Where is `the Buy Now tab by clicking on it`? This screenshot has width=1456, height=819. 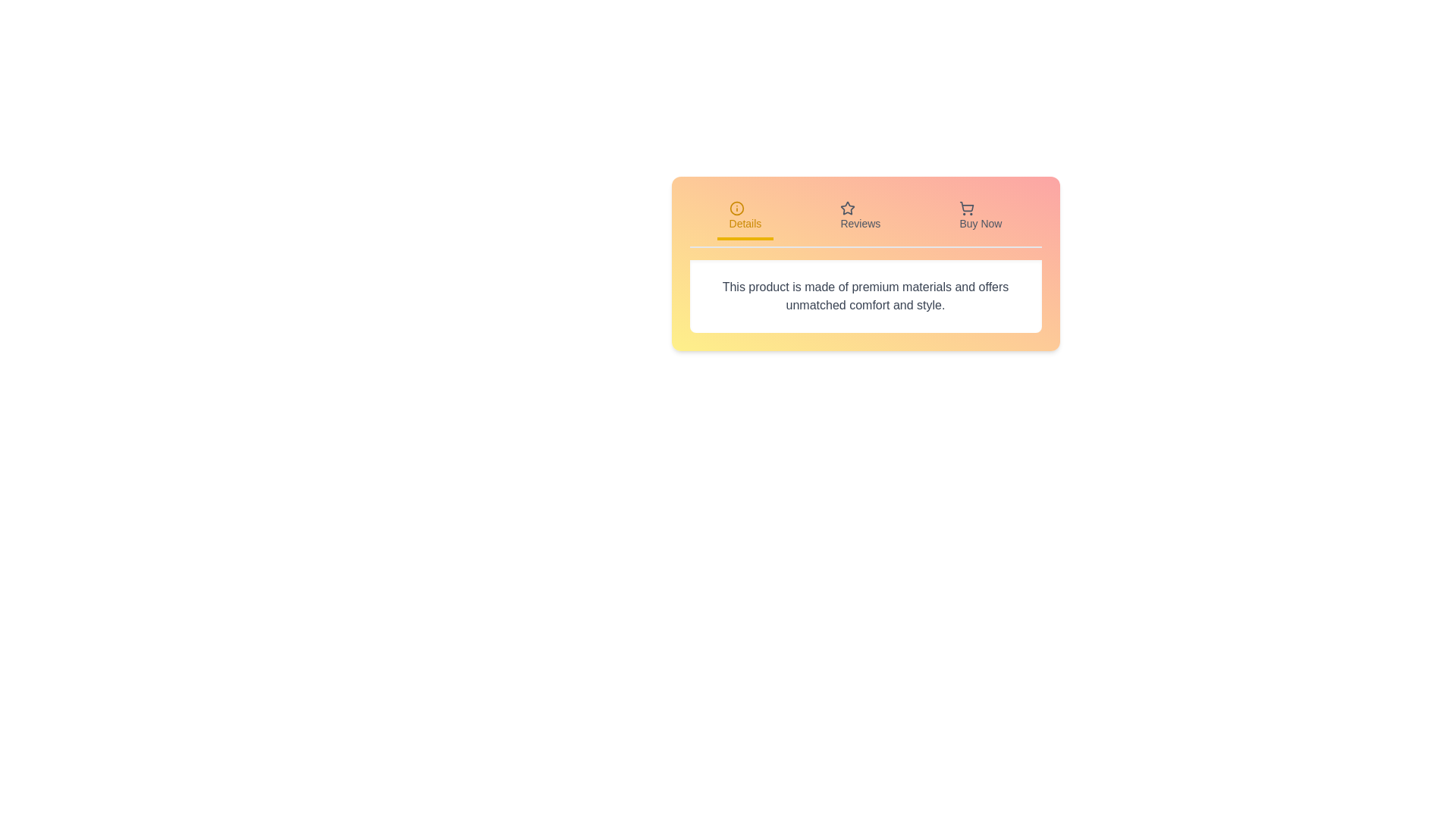 the Buy Now tab by clicking on it is located at coordinates (981, 217).